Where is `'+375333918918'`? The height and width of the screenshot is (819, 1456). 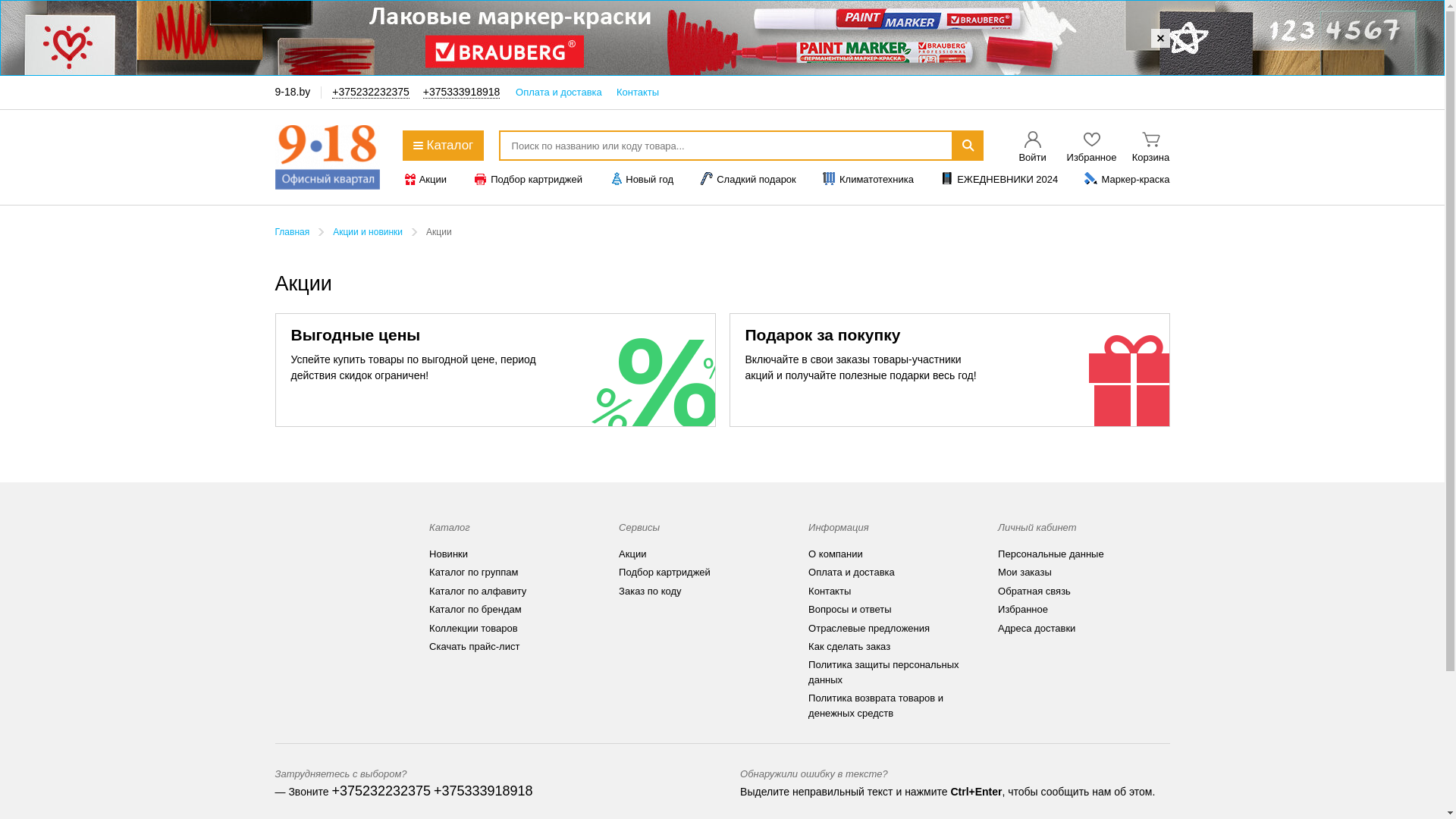
'+375333918918' is located at coordinates (422, 92).